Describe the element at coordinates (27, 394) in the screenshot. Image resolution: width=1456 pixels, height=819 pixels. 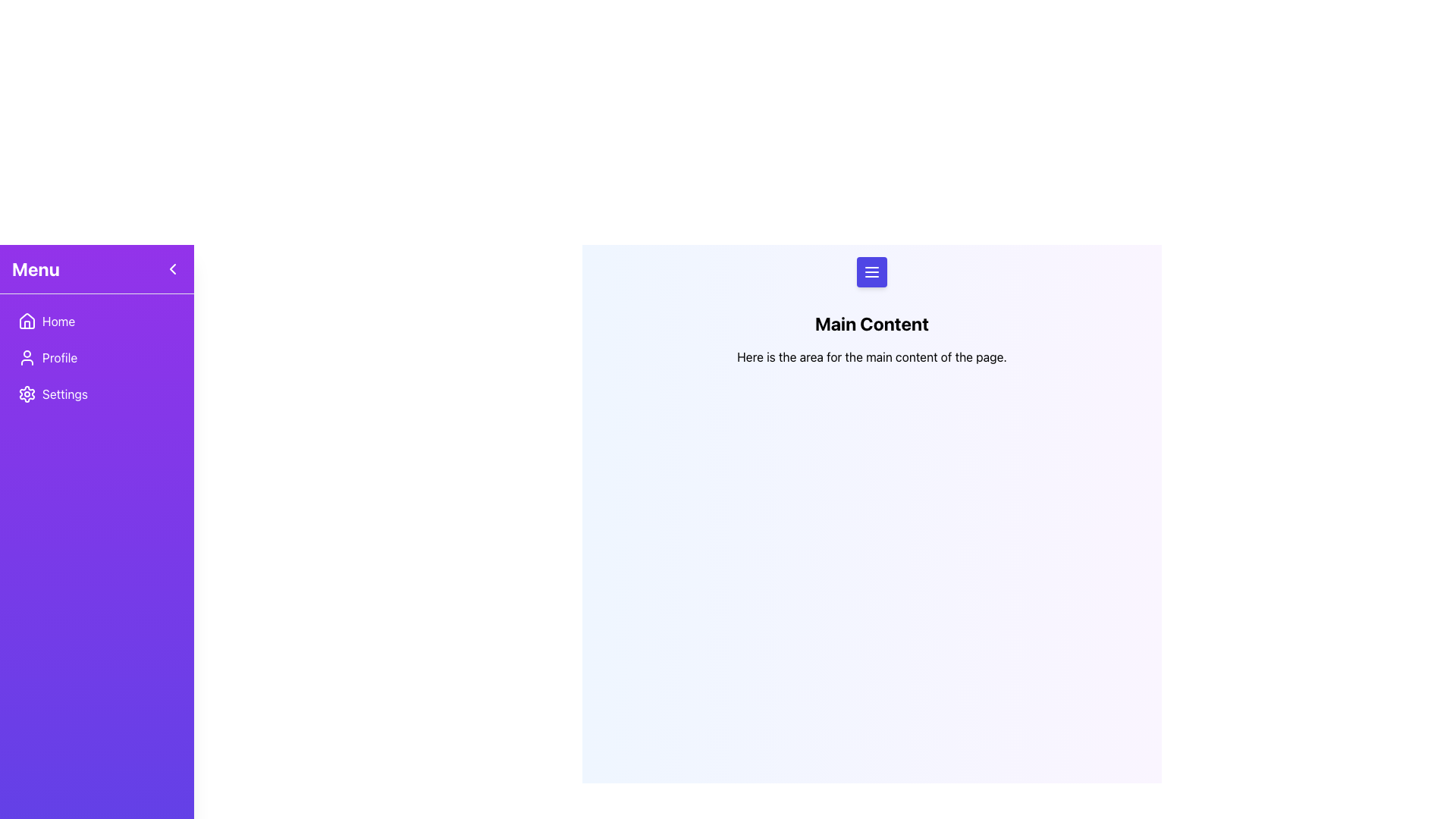
I see `the settings icon, which resembles a gear and is styled in white against a purple background, located in the left sidebar of the settings menu` at that location.